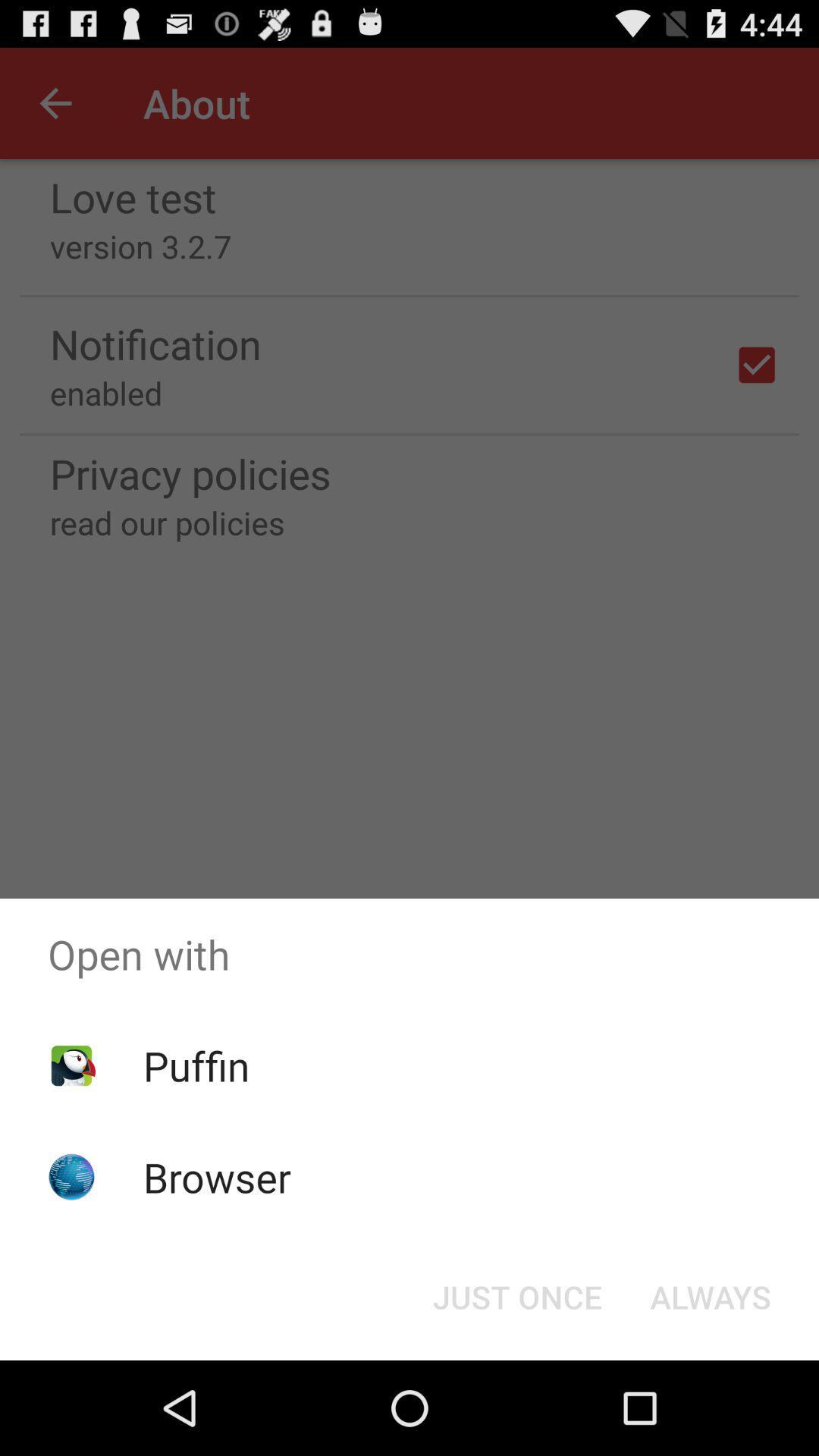 The height and width of the screenshot is (1456, 819). Describe the element at coordinates (516, 1295) in the screenshot. I see `icon at the bottom` at that location.